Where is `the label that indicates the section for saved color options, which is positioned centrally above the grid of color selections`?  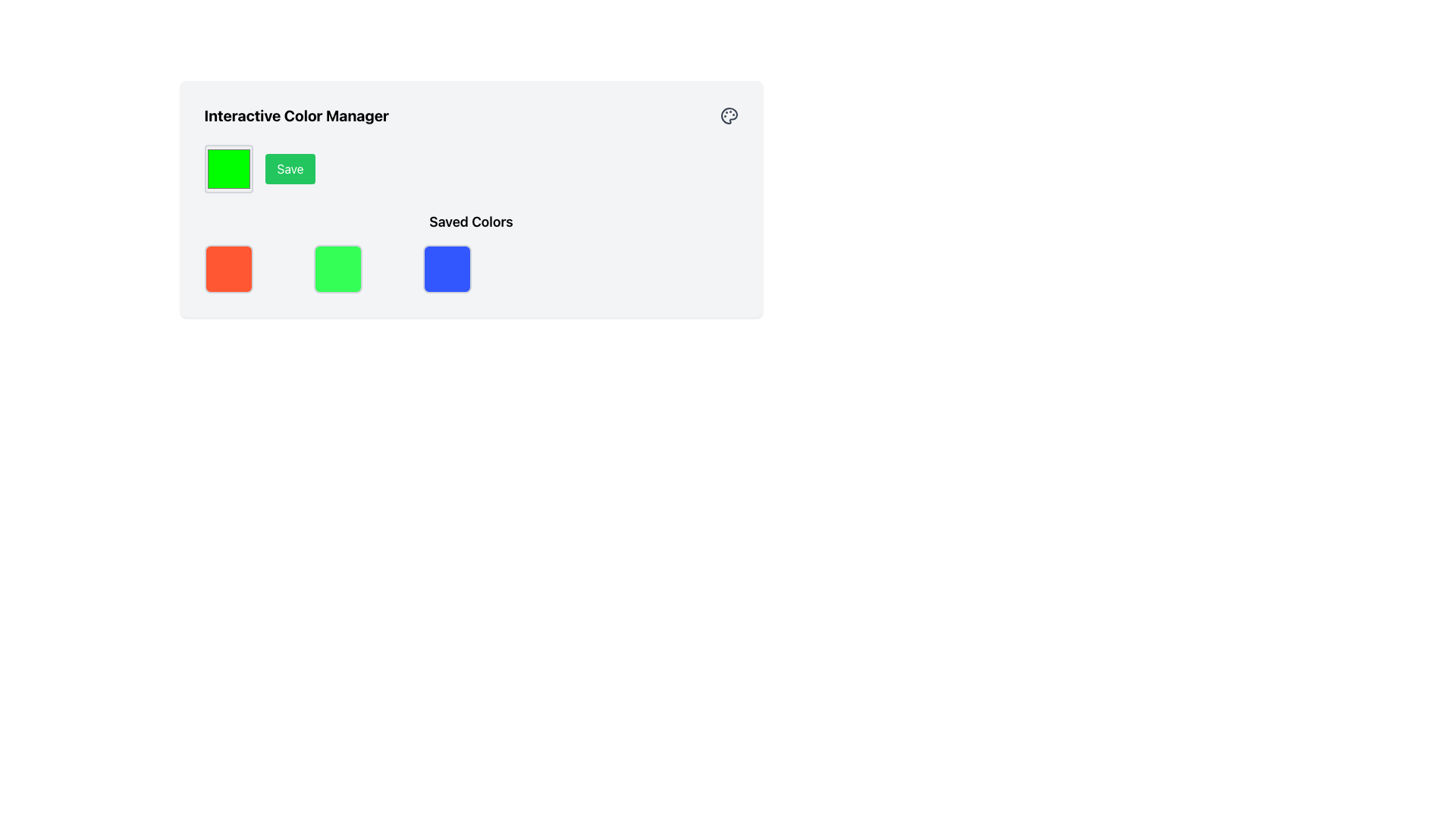
the label that indicates the section for saved color options, which is positioned centrally above the grid of color selections is located at coordinates (470, 222).